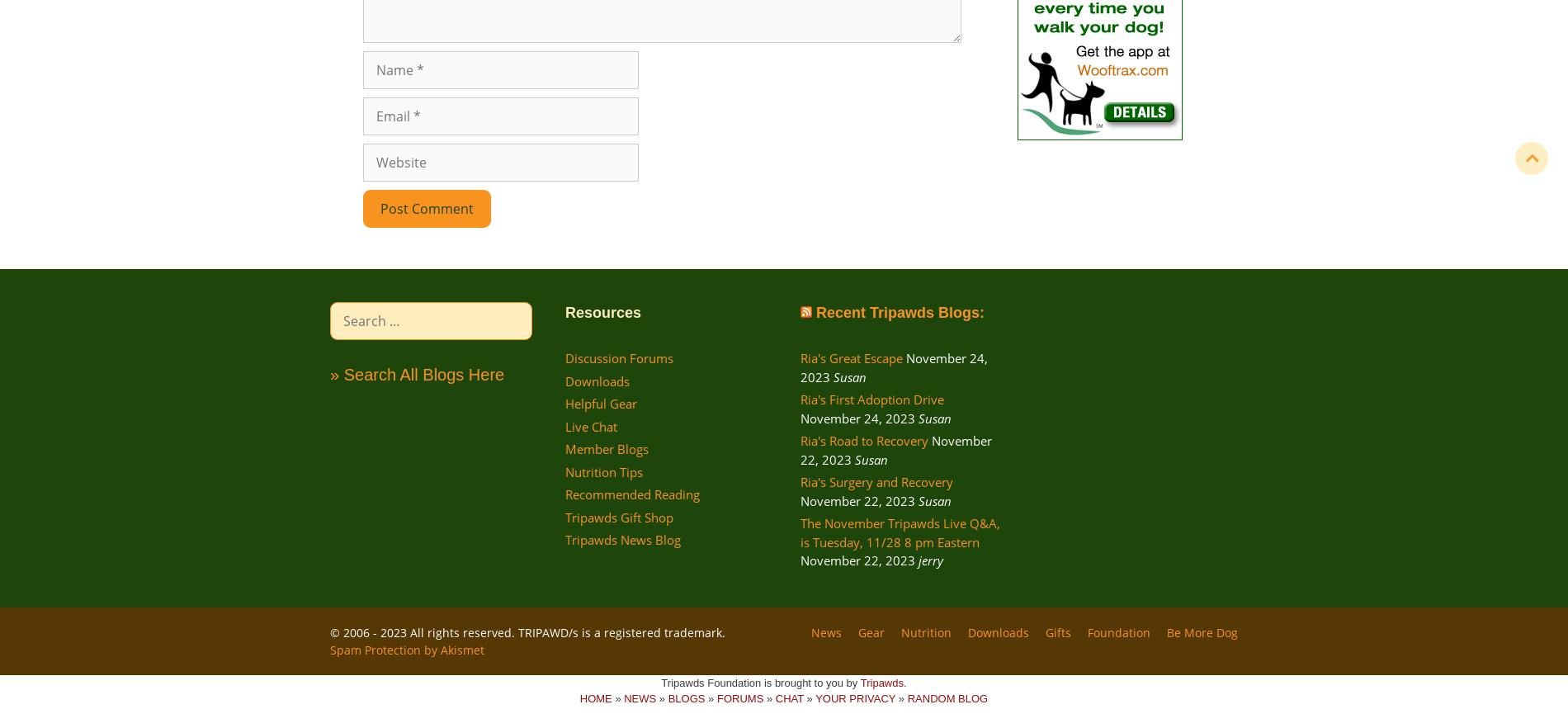 This screenshot has height=728, width=1568. What do you see at coordinates (855, 698) in the screenshot?
I see `'YOUR PRIVACY'` at bounding box center [855, 698].